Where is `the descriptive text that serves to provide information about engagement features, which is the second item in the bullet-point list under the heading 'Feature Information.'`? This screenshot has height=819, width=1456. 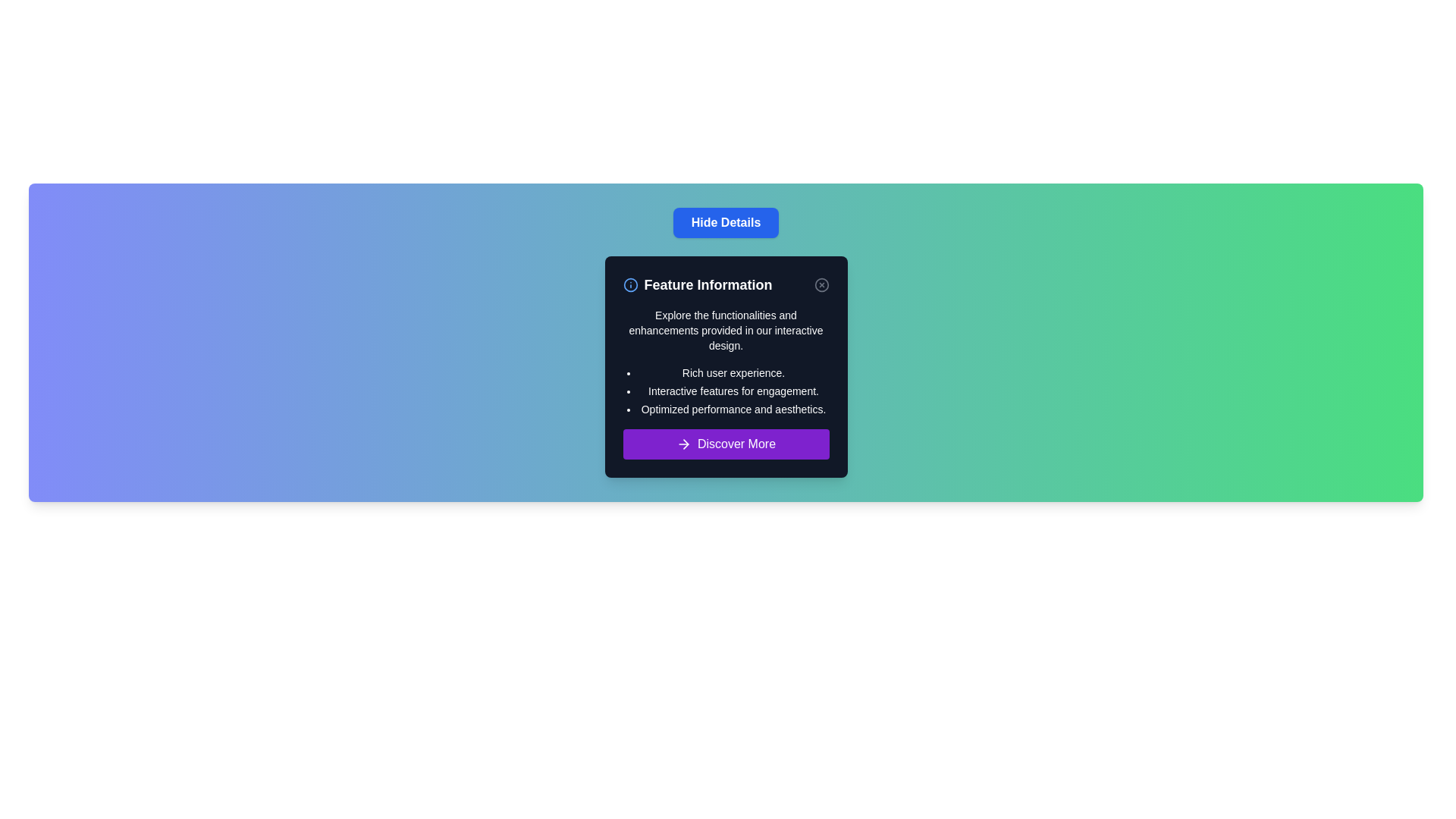
the descriptive text that serves to provide information about engagement features, which is the second item in the bullet-point list under the heading 'Feature Information.' is located at coordinates (733, 391).